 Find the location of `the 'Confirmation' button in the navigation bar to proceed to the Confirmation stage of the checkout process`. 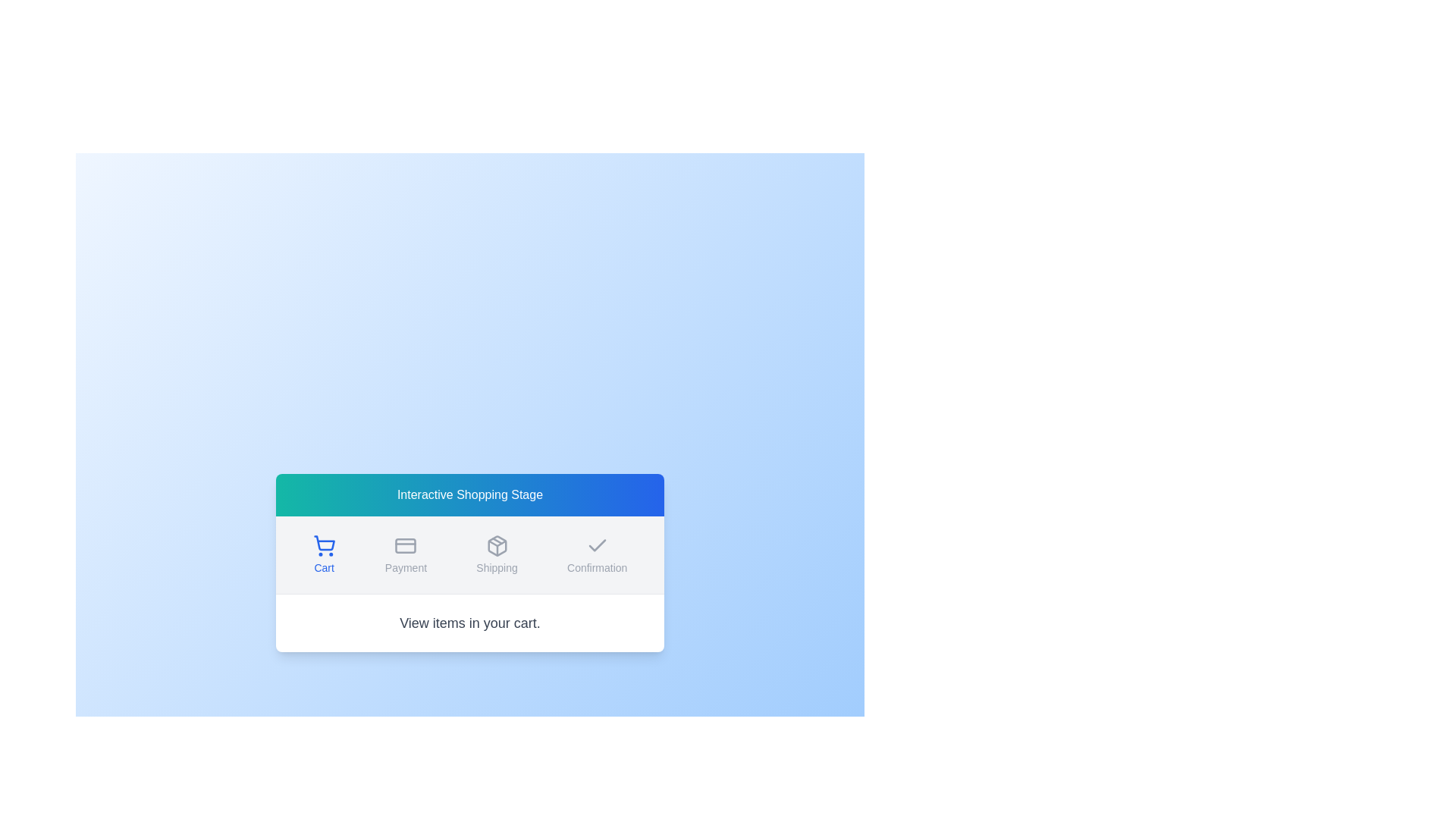

the 'Confirmation' button in the navigation bar to proceed to the Confirmation stage of the checkout process is located at coordinates (596, 554).